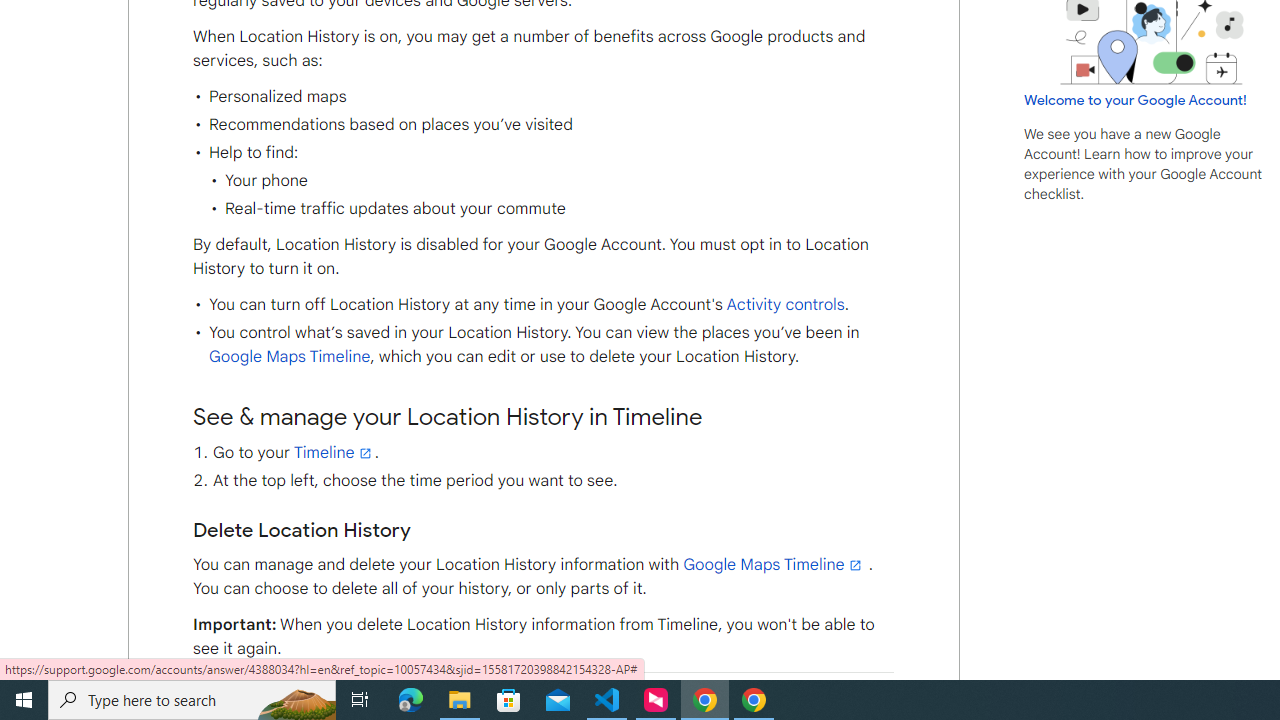 This screenshot has width=1280, height=720. I want to click on 'Welcome to your Google Account!', so click(1135, 99).